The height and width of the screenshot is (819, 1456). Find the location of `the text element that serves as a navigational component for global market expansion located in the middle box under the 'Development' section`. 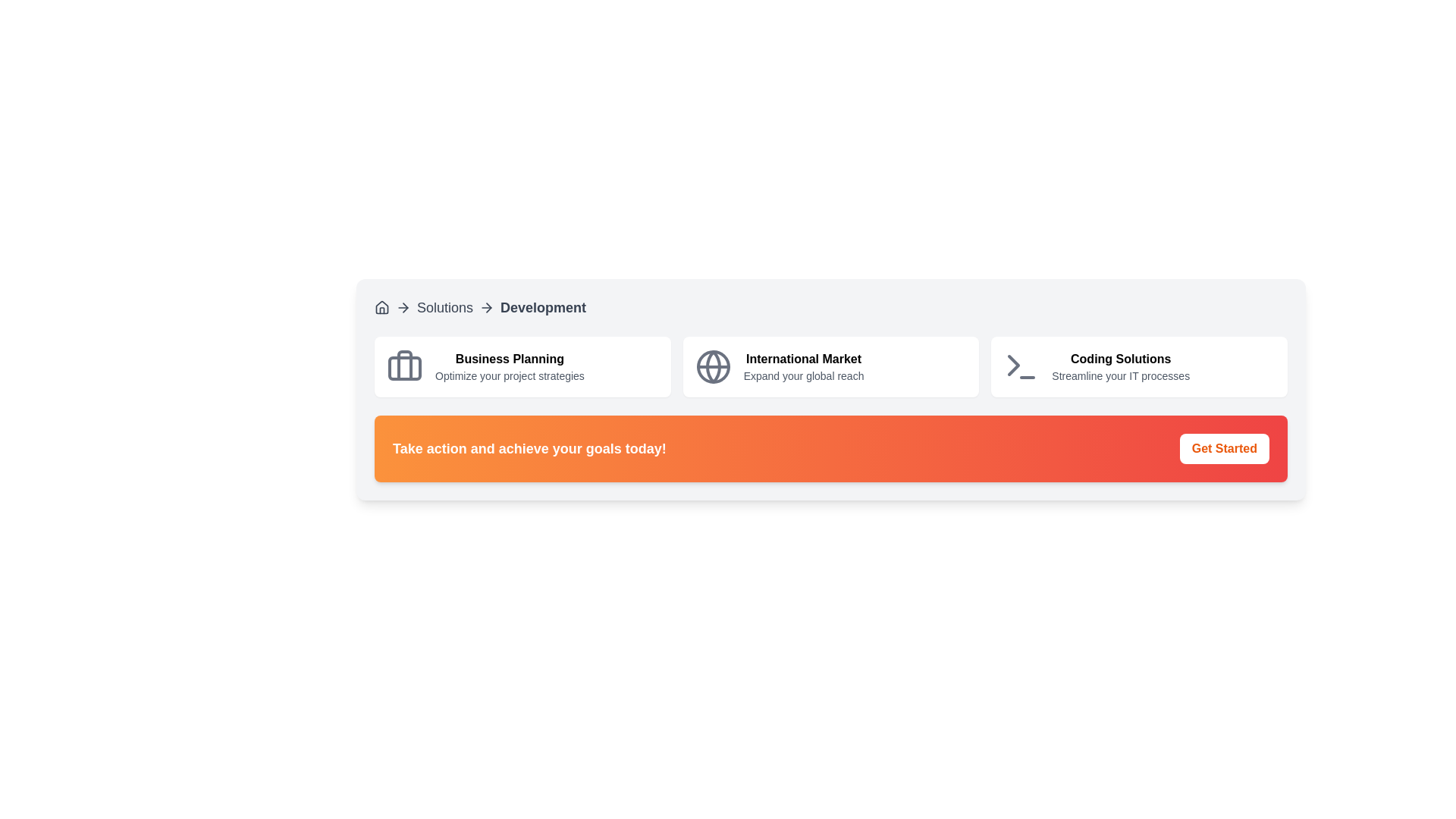

the text element that serves as a navigational component for global market expansion located in the middle box under the 'Development' section is located at coordinates (803, 366).